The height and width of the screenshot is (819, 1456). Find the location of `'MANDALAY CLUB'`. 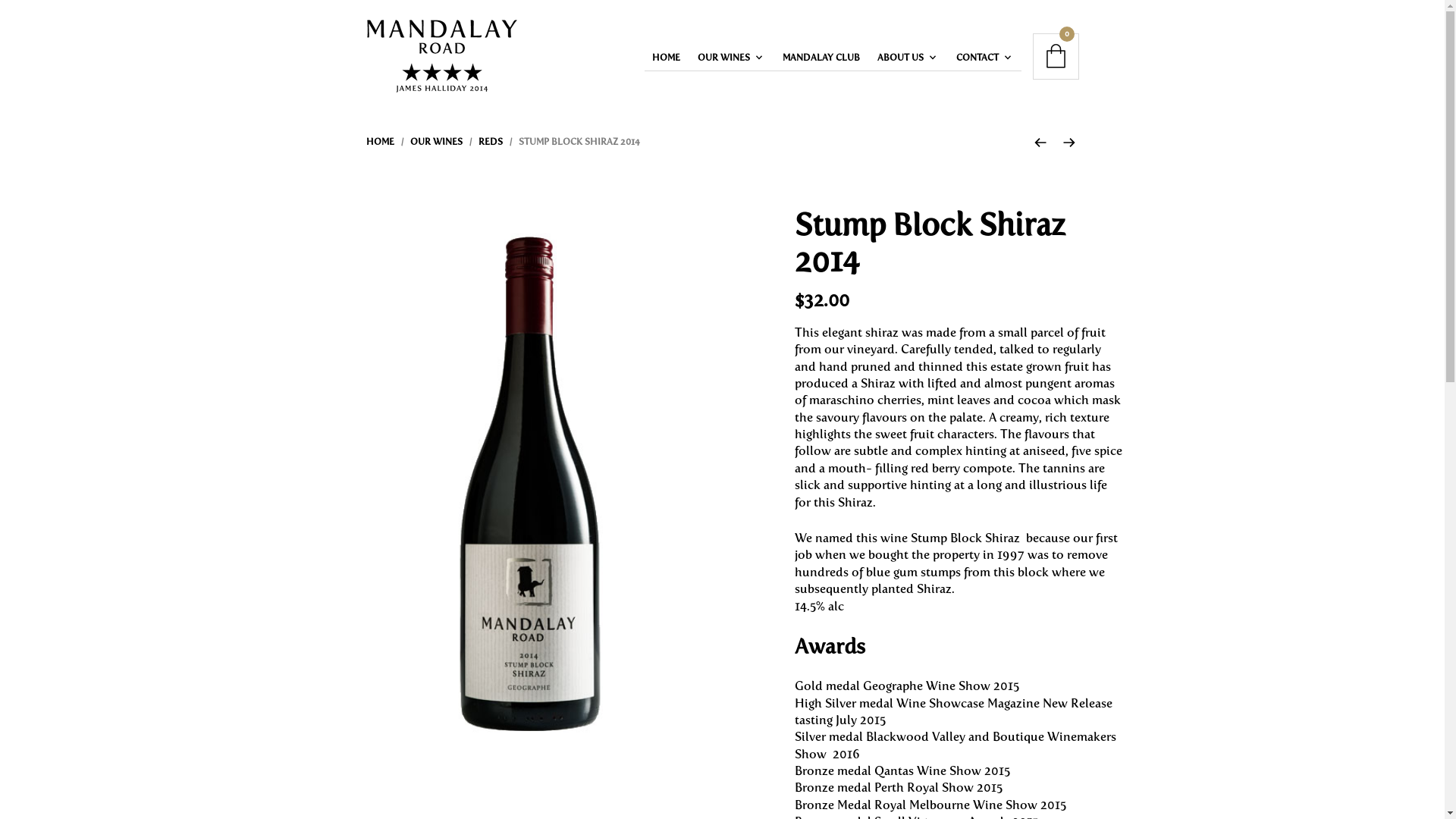

'MANDALAY CLUB' is located at coordinates (821, 57).